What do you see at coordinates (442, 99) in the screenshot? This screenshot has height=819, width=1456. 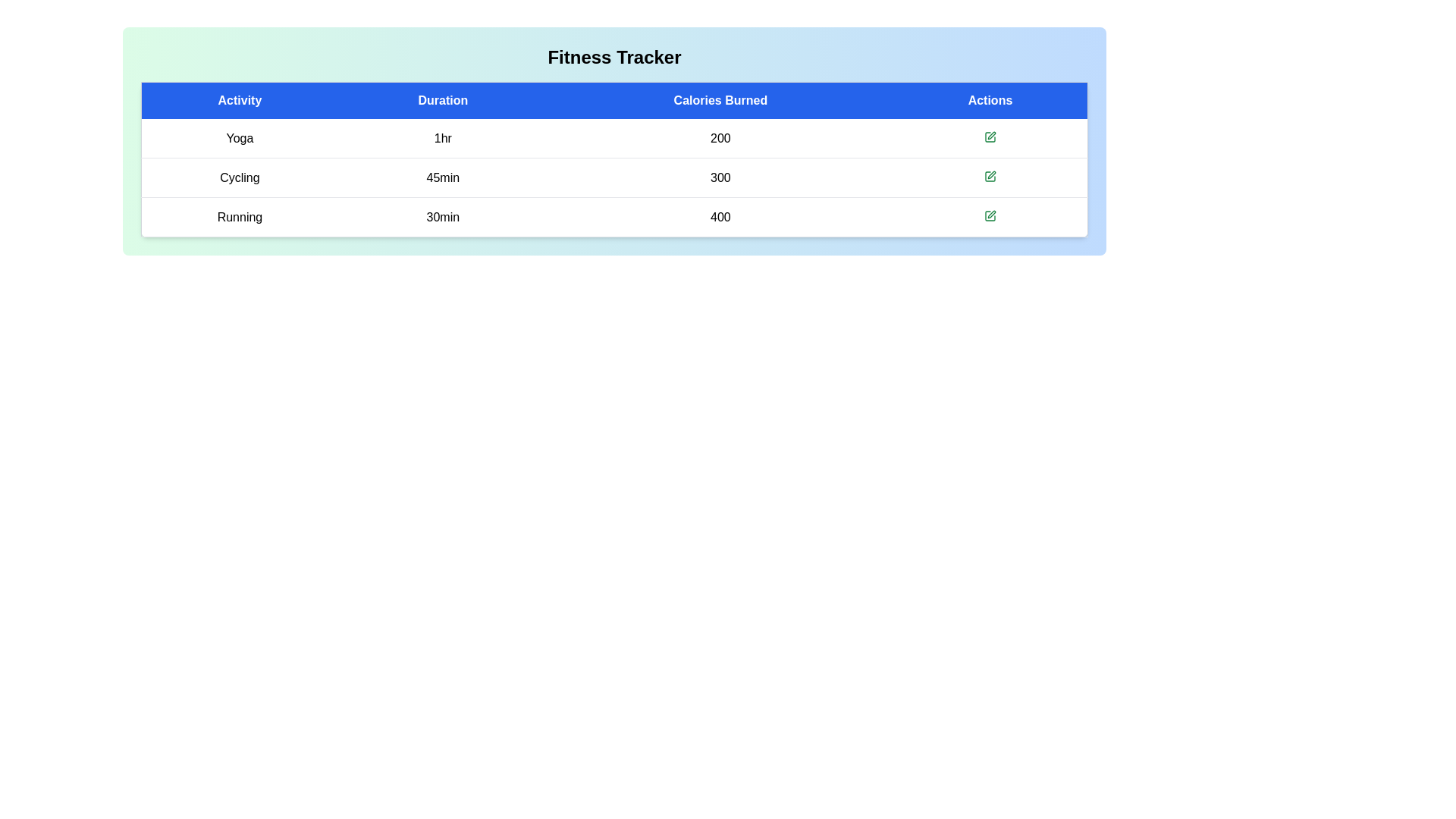 I see `the column header Duration to sort or interact with it` at bounding box center [442, 99].